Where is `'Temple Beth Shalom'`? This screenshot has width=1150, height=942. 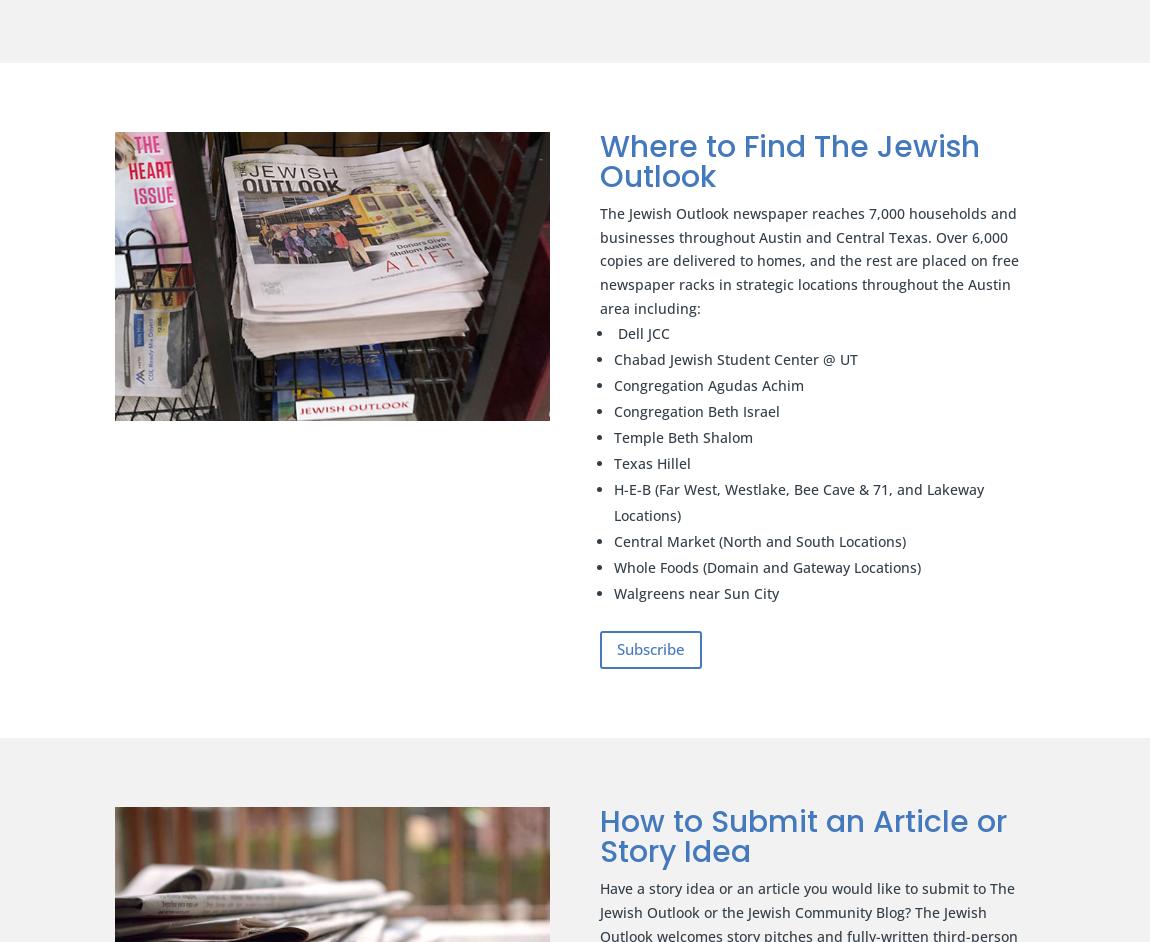 'Temple Beth Shalom' is located at coordinates (682, 435).